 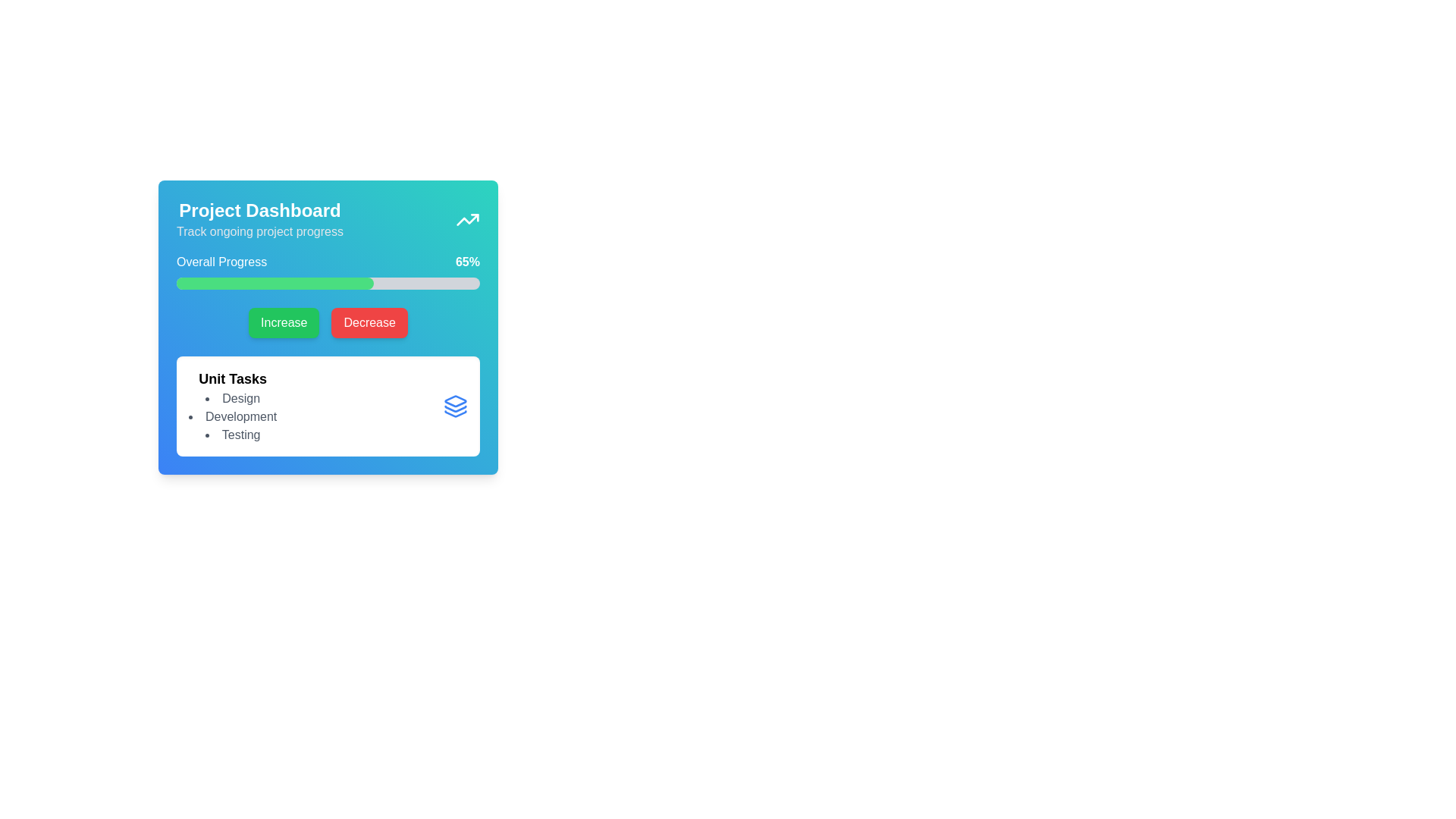 I want to click on the first list item under 'Unit Tasks' to associate it with its bullet point, so click(x=232, y=397).